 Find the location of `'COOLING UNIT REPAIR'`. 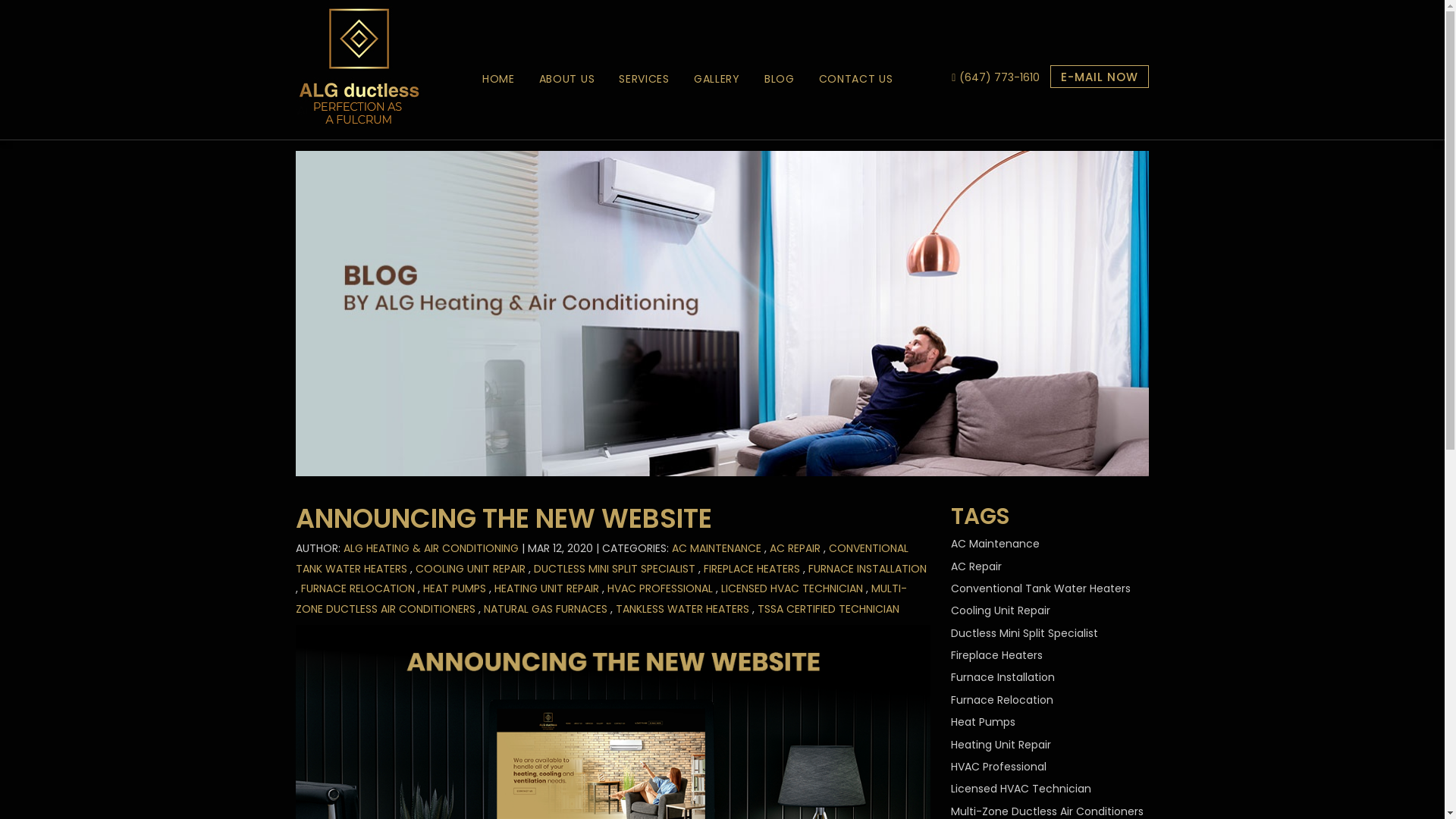

'COOLING UNIT REPAIR' is located at coordinates (469, 568).